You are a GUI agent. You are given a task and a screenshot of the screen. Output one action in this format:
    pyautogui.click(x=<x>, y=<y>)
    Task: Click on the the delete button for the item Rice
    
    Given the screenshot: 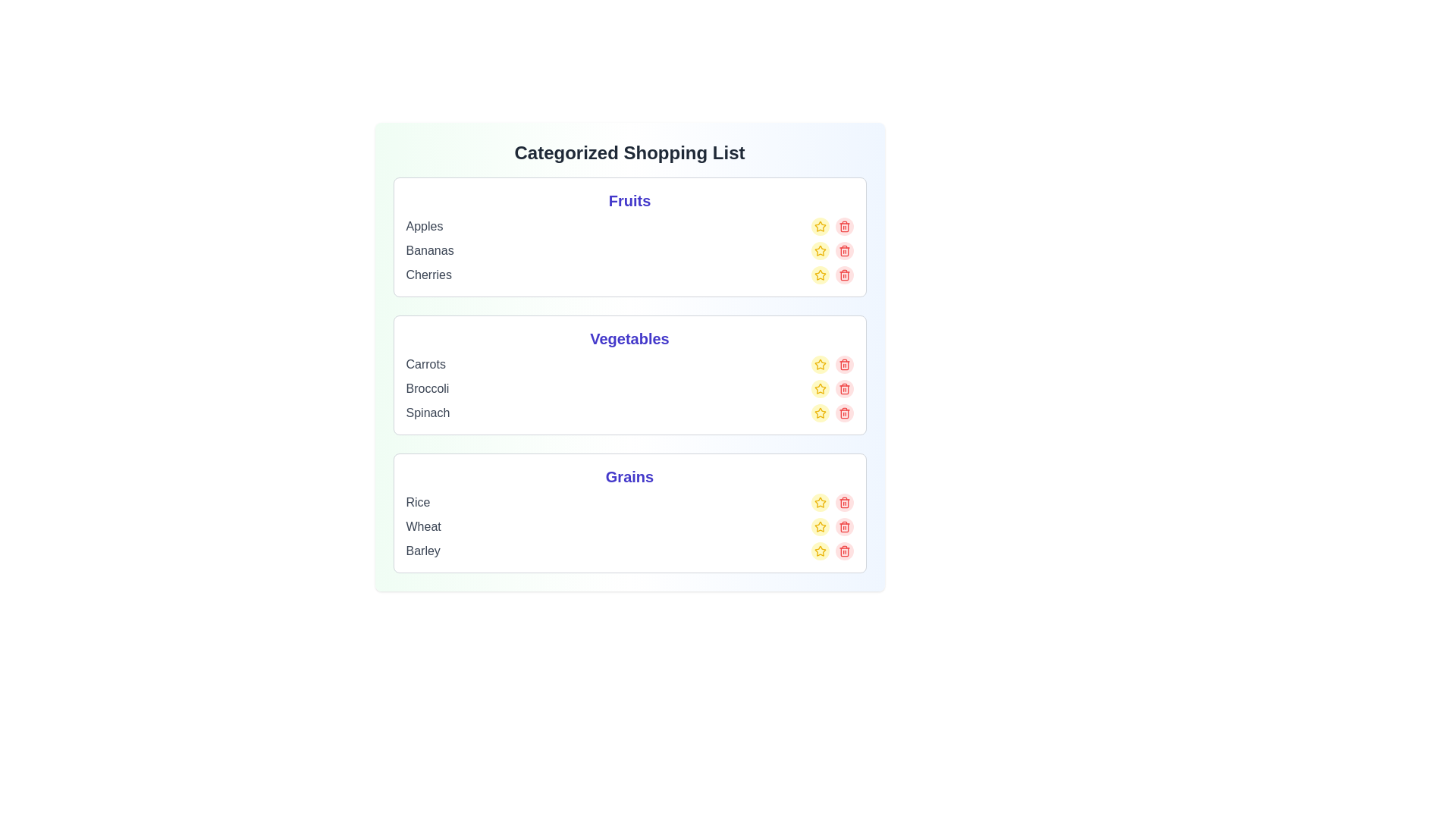 What is the action you would take?
    pyautogui.click(x=843, y=503)
    